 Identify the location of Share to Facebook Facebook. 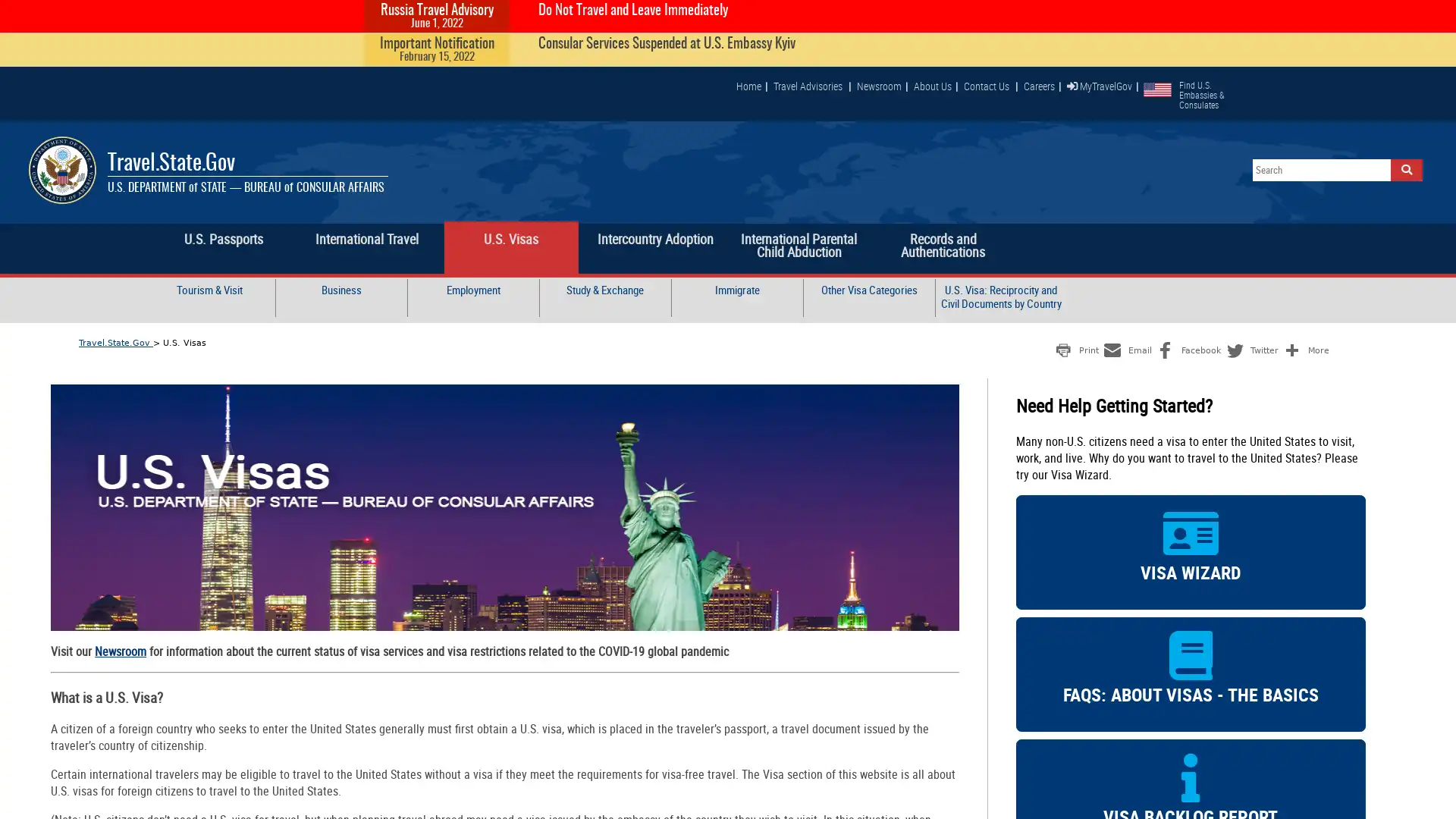
(1187, 350).